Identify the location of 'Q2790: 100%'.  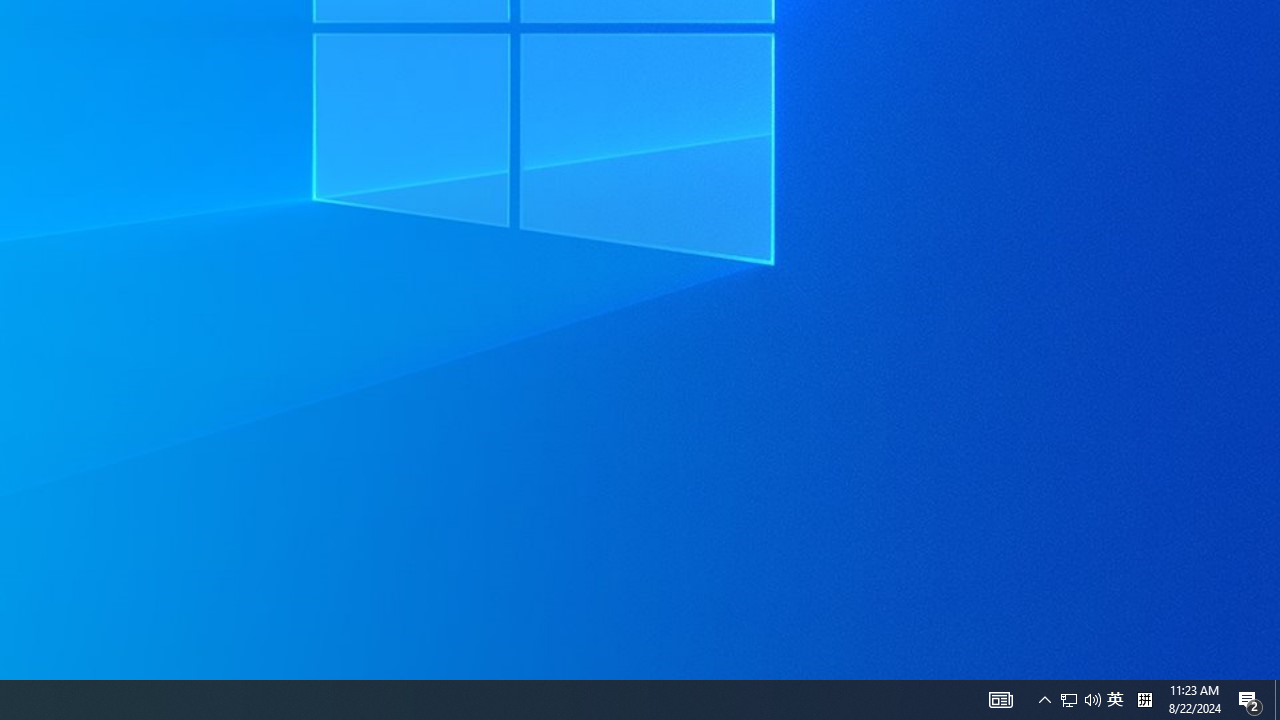
(1092, 698).